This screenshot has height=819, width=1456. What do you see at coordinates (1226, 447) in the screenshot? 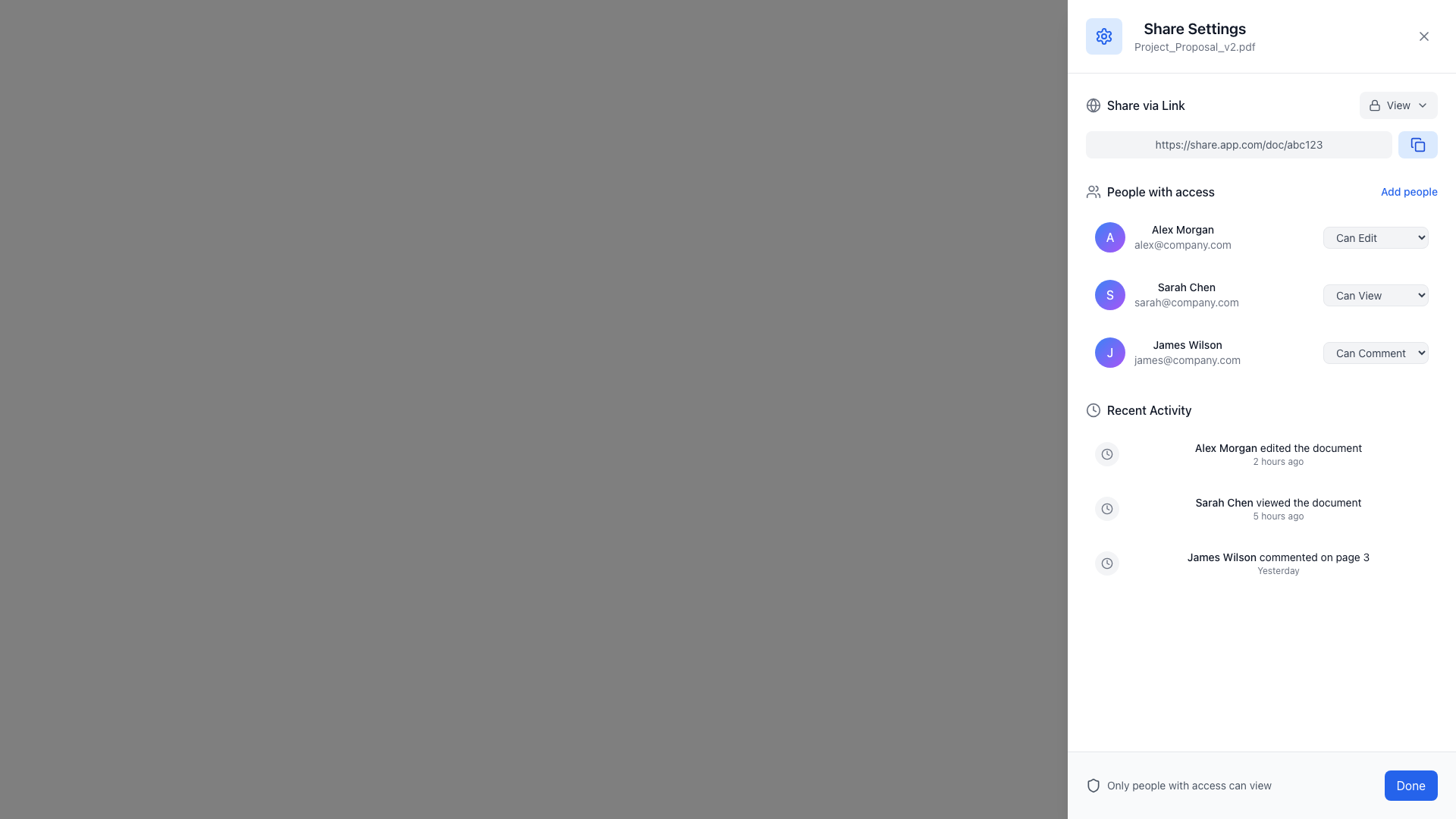
I see `the text label displaying the name 'Alex Morgan'` at bounding box center [1226, 447].